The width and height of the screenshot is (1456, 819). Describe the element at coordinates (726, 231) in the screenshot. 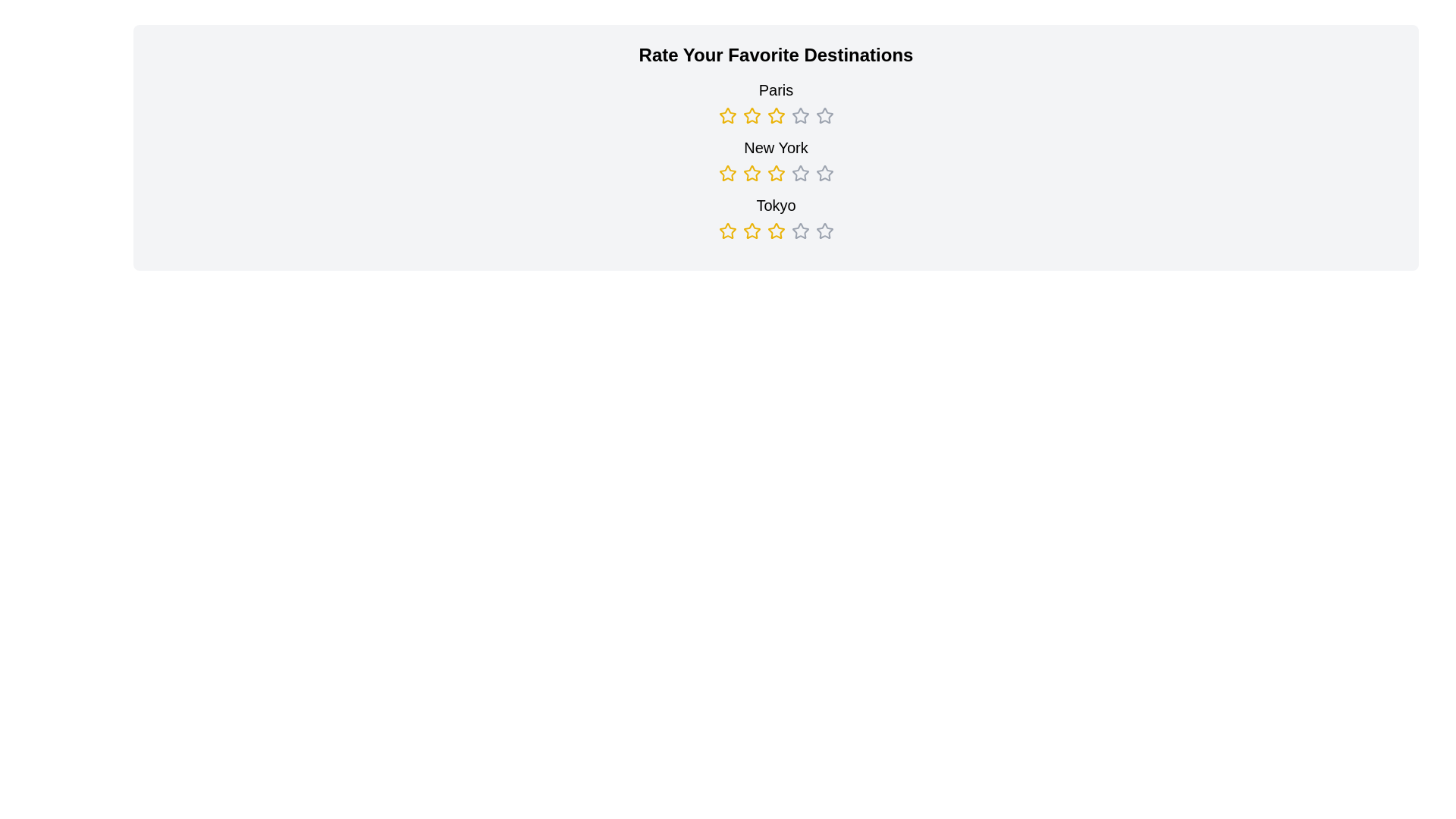

I see `the first star rating icon located in the bottommost row under the 'Tokyo' label` at that location.